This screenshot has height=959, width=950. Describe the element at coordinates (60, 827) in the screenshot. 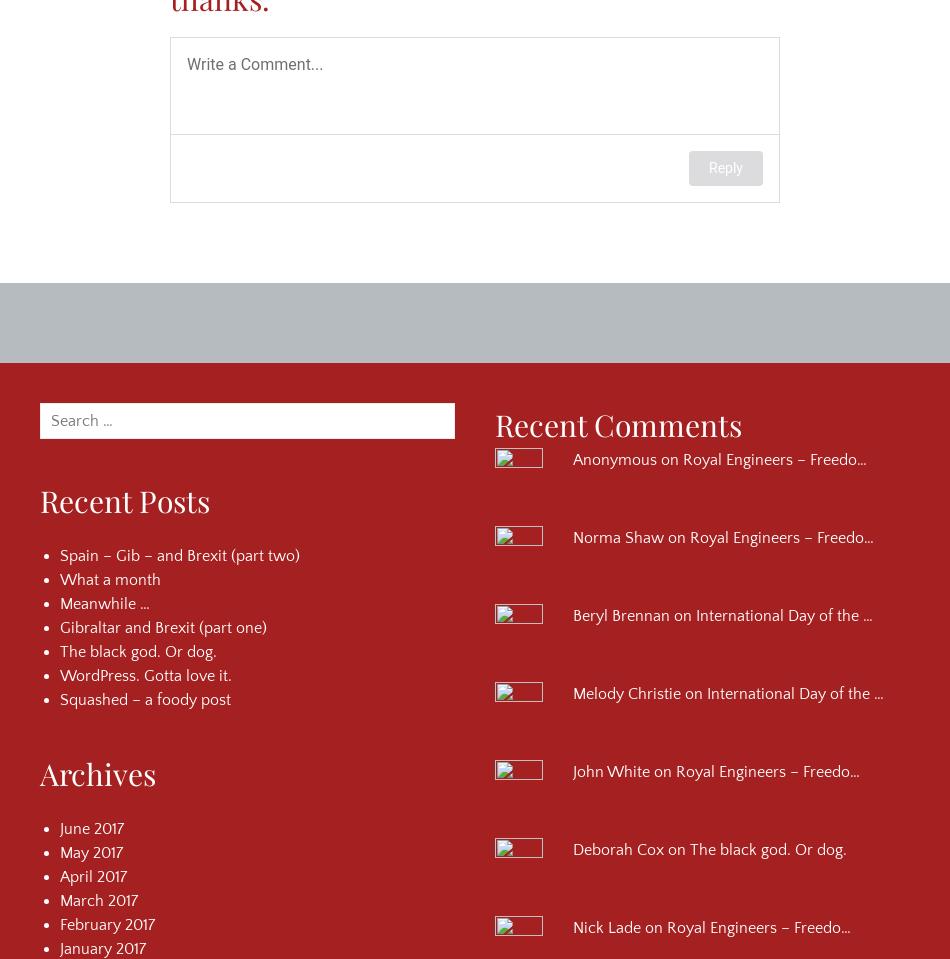

I see `'June 2017'` at that location.